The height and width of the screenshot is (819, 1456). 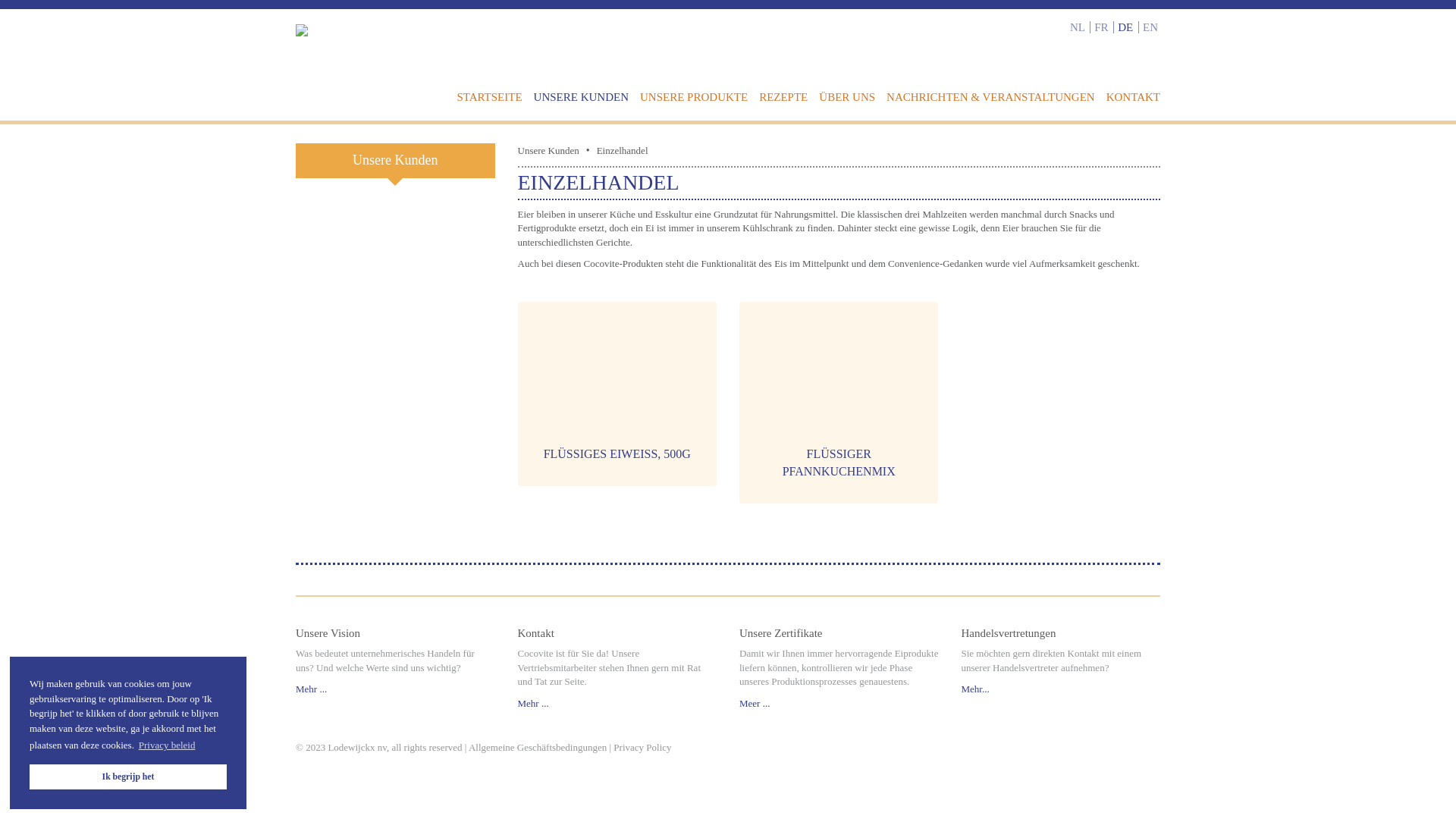 I want to click on 'DE', so click(x=1117, y=27).